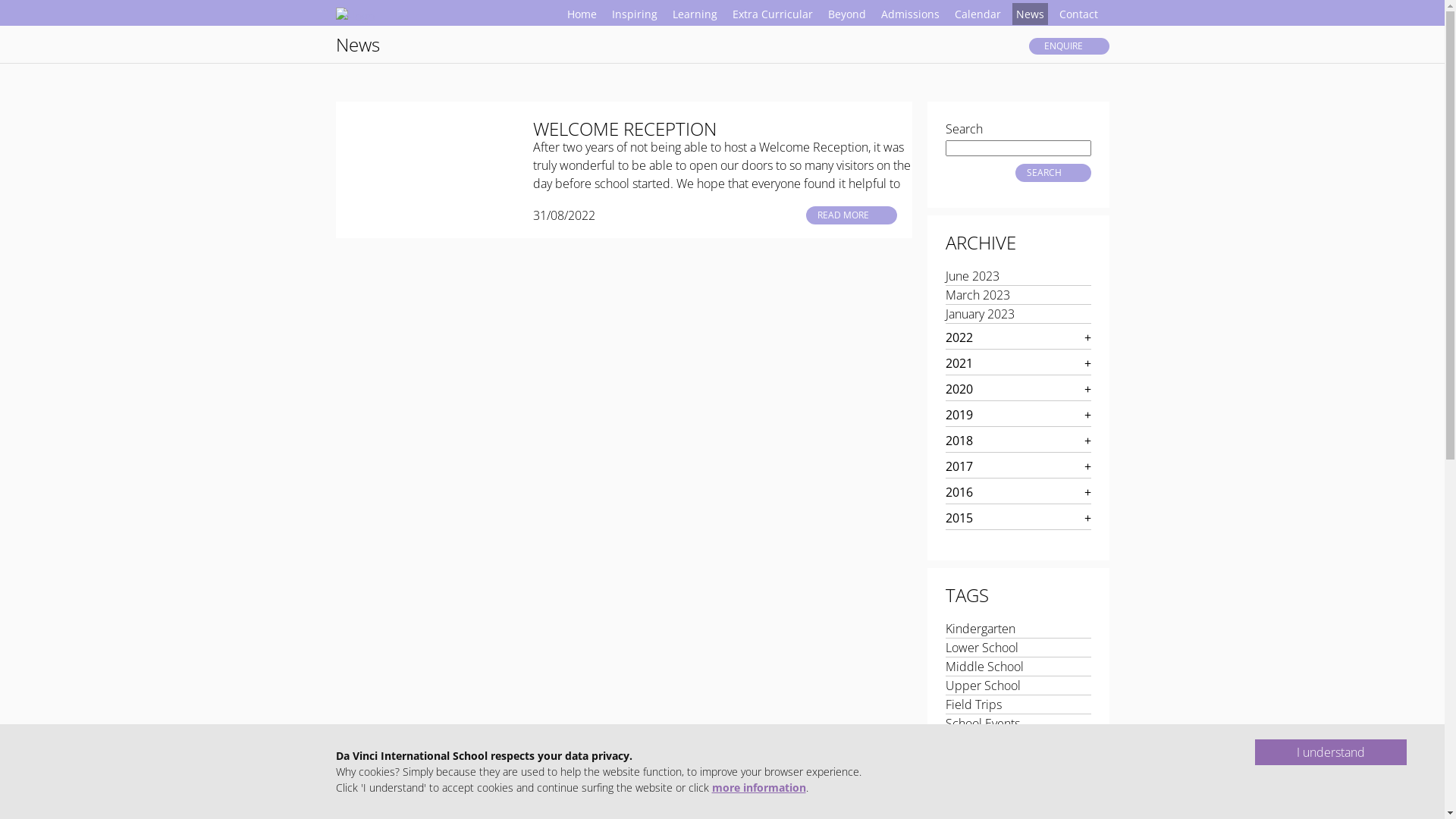  What do you see at coordinates (972, 704) in the screenshot?
I see `'Field Trips'` at bounding box center [972, 704].